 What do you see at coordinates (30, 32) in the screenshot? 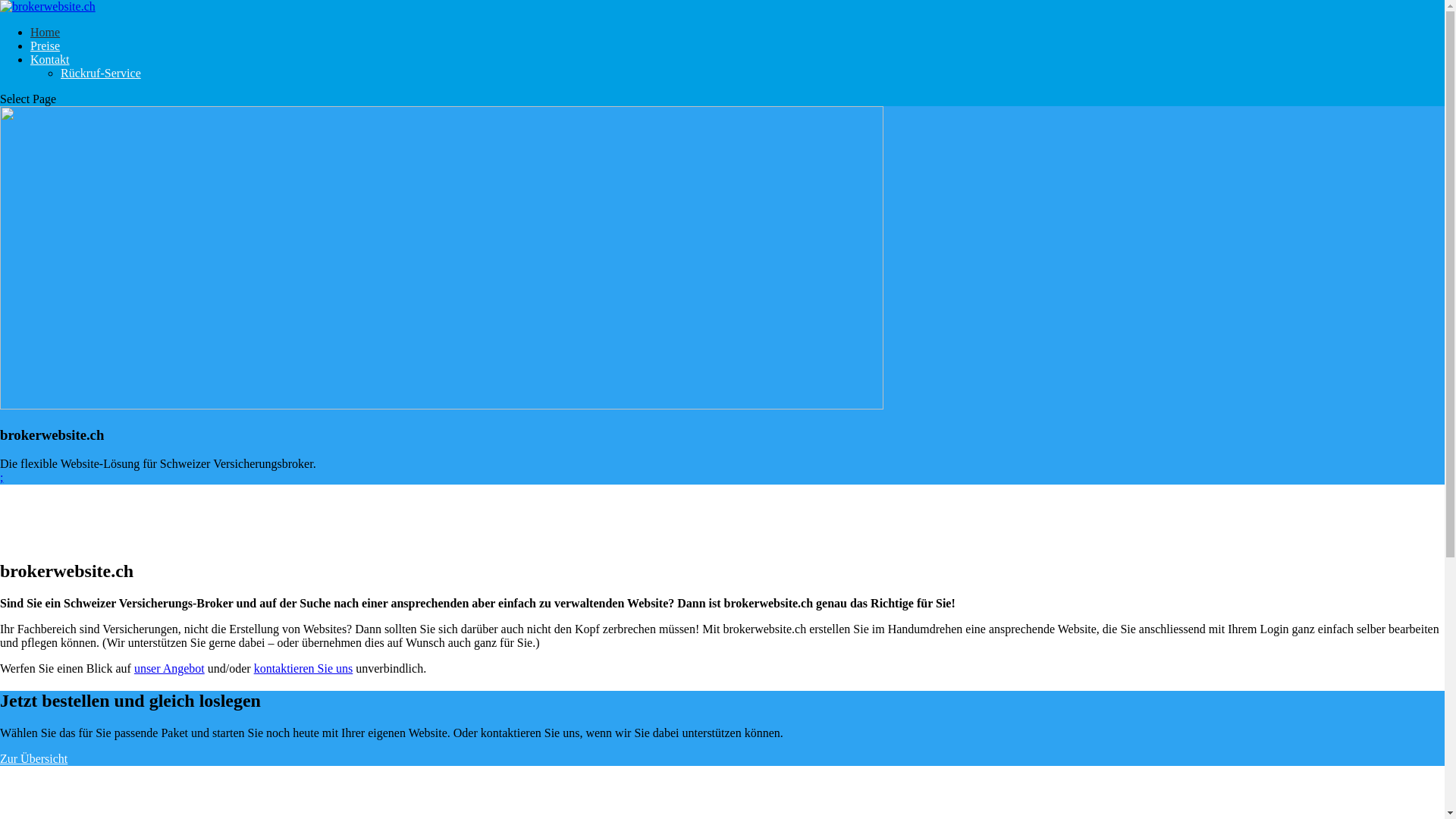
I see `'Home'` at bounding box center [30, 32].